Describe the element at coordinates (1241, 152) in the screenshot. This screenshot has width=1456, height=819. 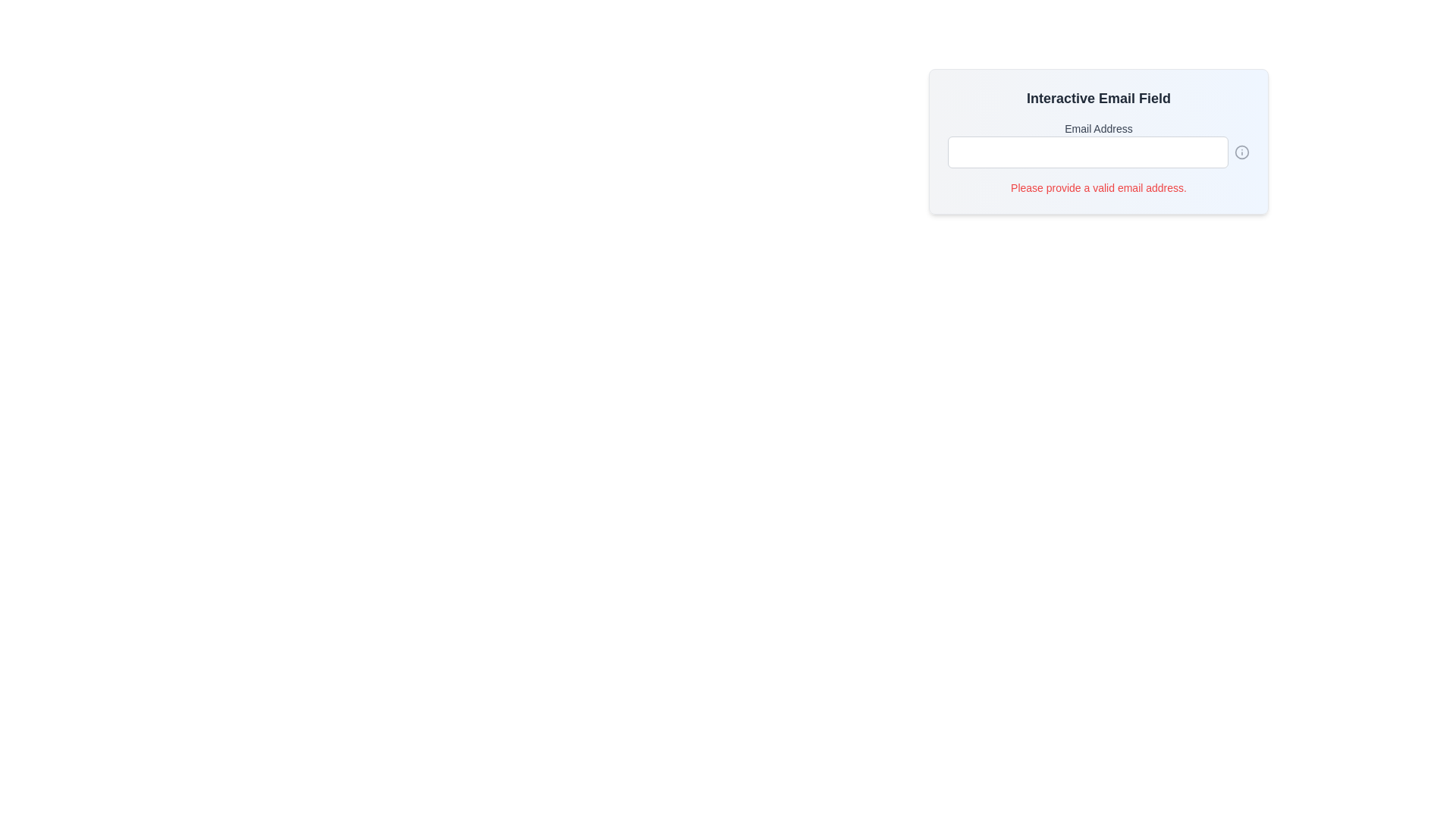
I see `the hollow circular SVG element that represents an iconographic marker, located to the right of the 'Email Address' input box` at that location.